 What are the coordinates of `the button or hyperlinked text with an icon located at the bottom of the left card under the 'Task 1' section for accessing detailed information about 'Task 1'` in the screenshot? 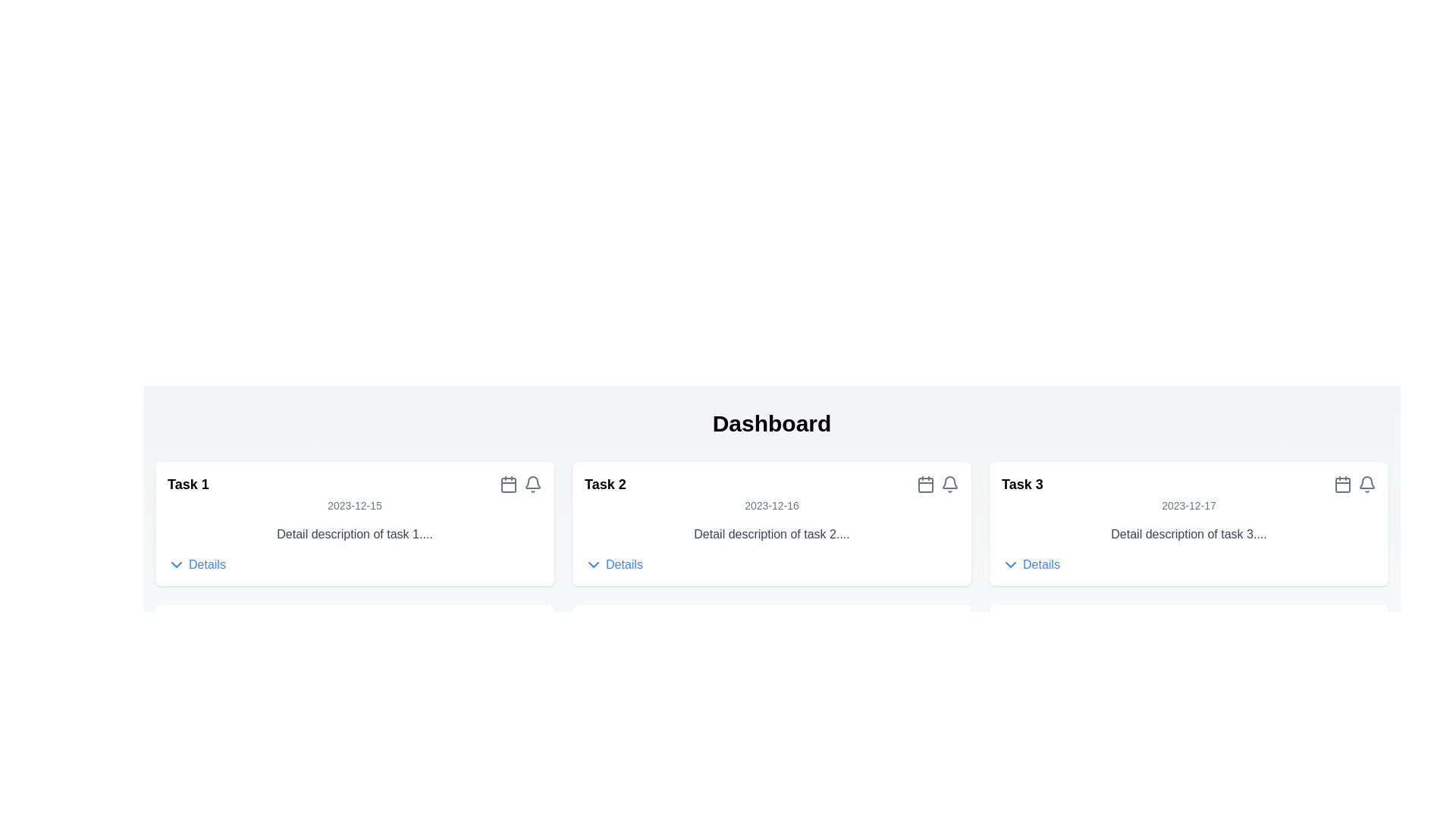 It's located at (196, 564).